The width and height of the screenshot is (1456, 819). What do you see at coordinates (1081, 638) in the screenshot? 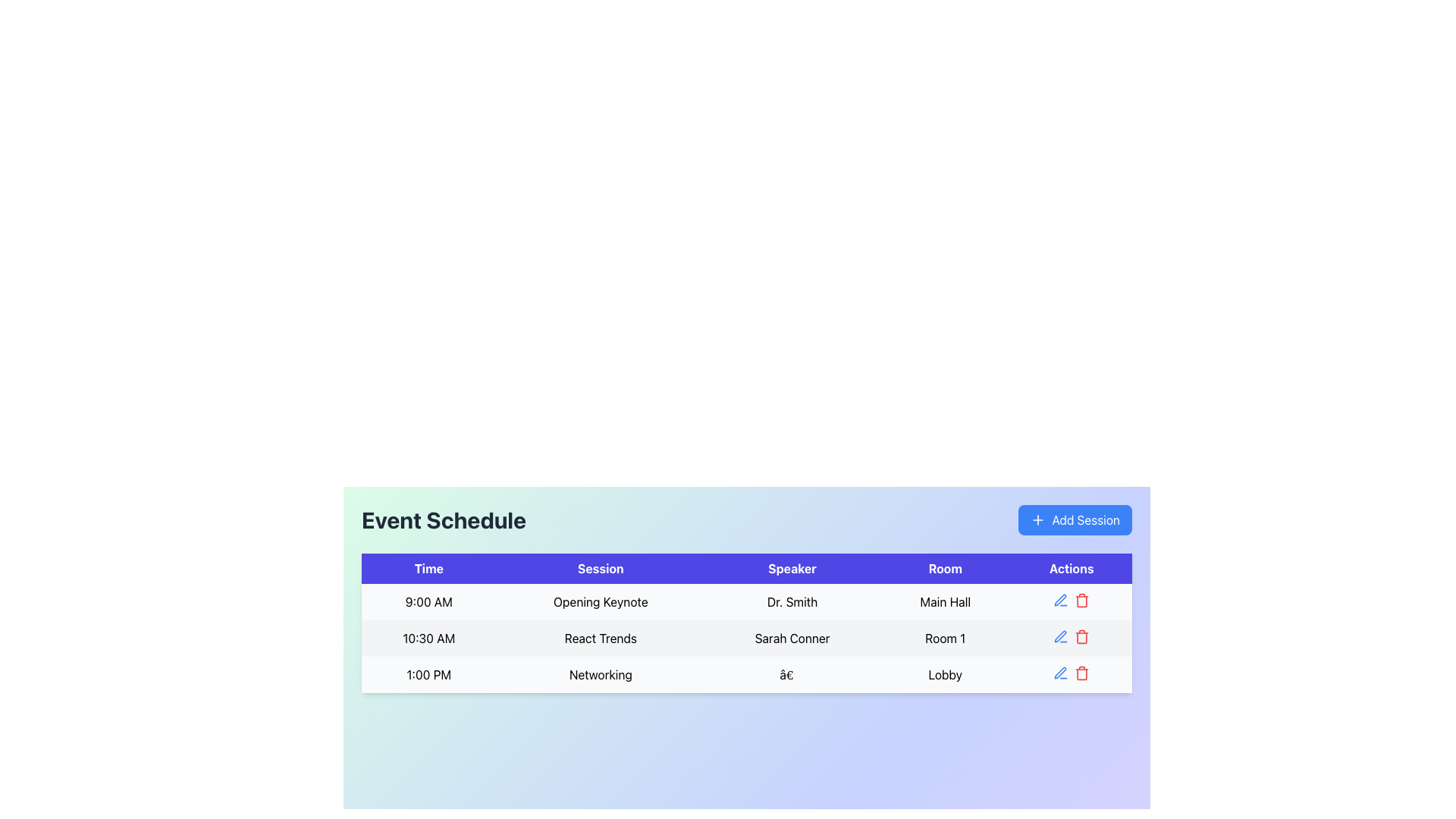
I see `the trash can icon located in the 'Actions' column of the second row in the 'Event Schedule' table` at bounding box center [1081, 638].